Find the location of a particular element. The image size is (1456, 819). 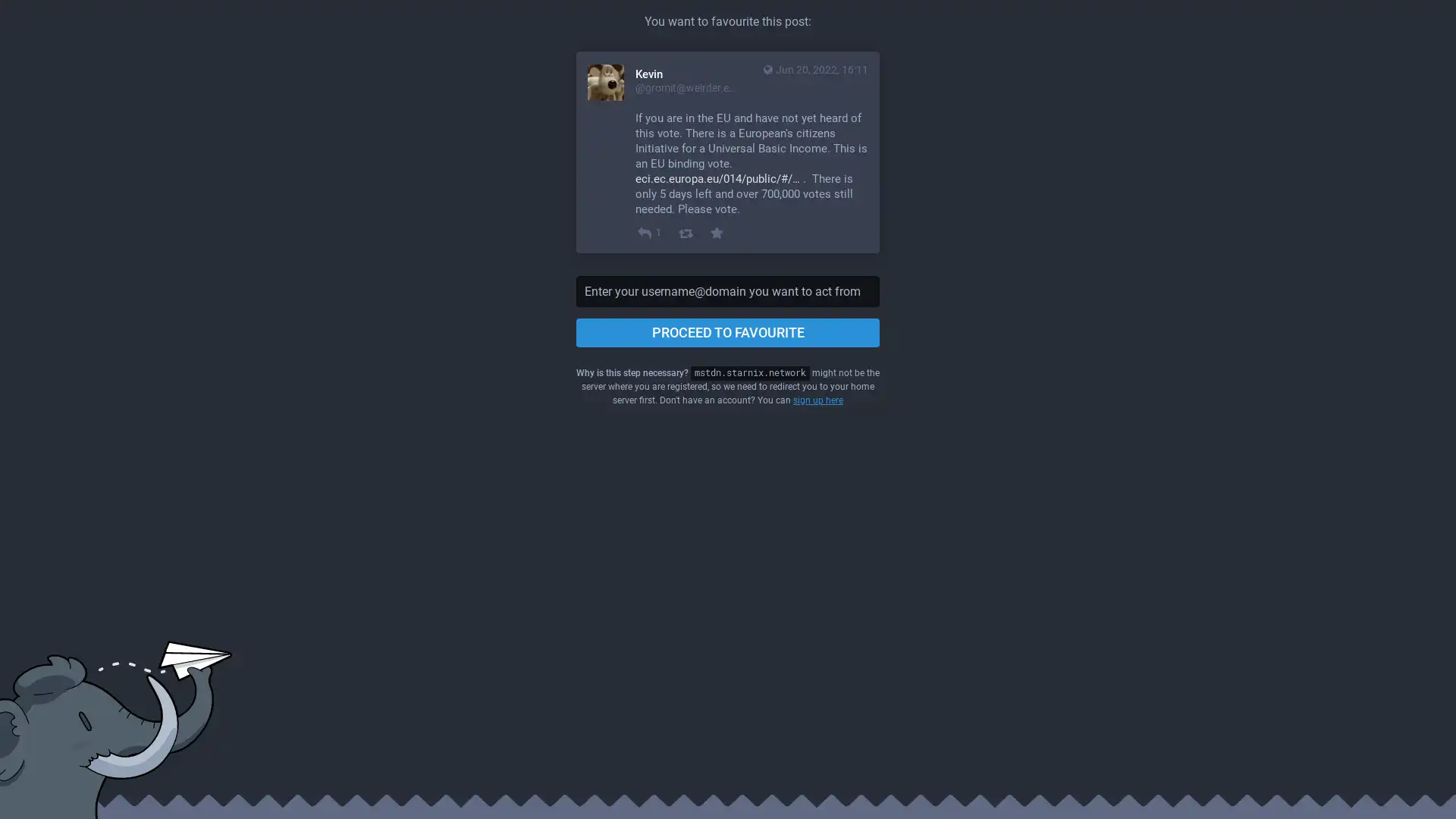

PROCEED TO FAVOURITE is located at coordinates (728, 332).